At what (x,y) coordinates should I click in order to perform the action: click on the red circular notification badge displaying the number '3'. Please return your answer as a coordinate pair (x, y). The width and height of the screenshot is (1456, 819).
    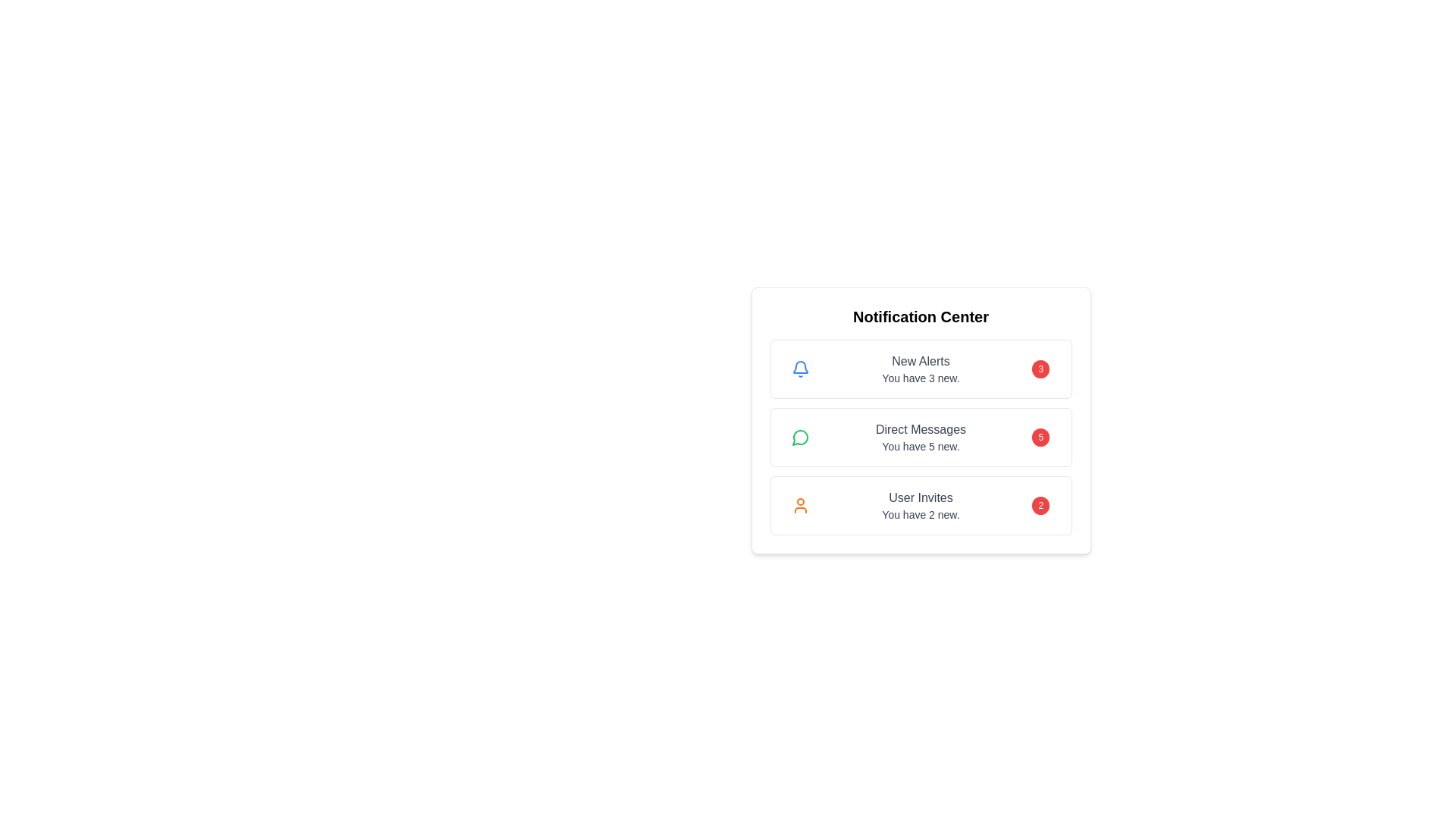
    Looking at the image, I should click on (1040, 369).